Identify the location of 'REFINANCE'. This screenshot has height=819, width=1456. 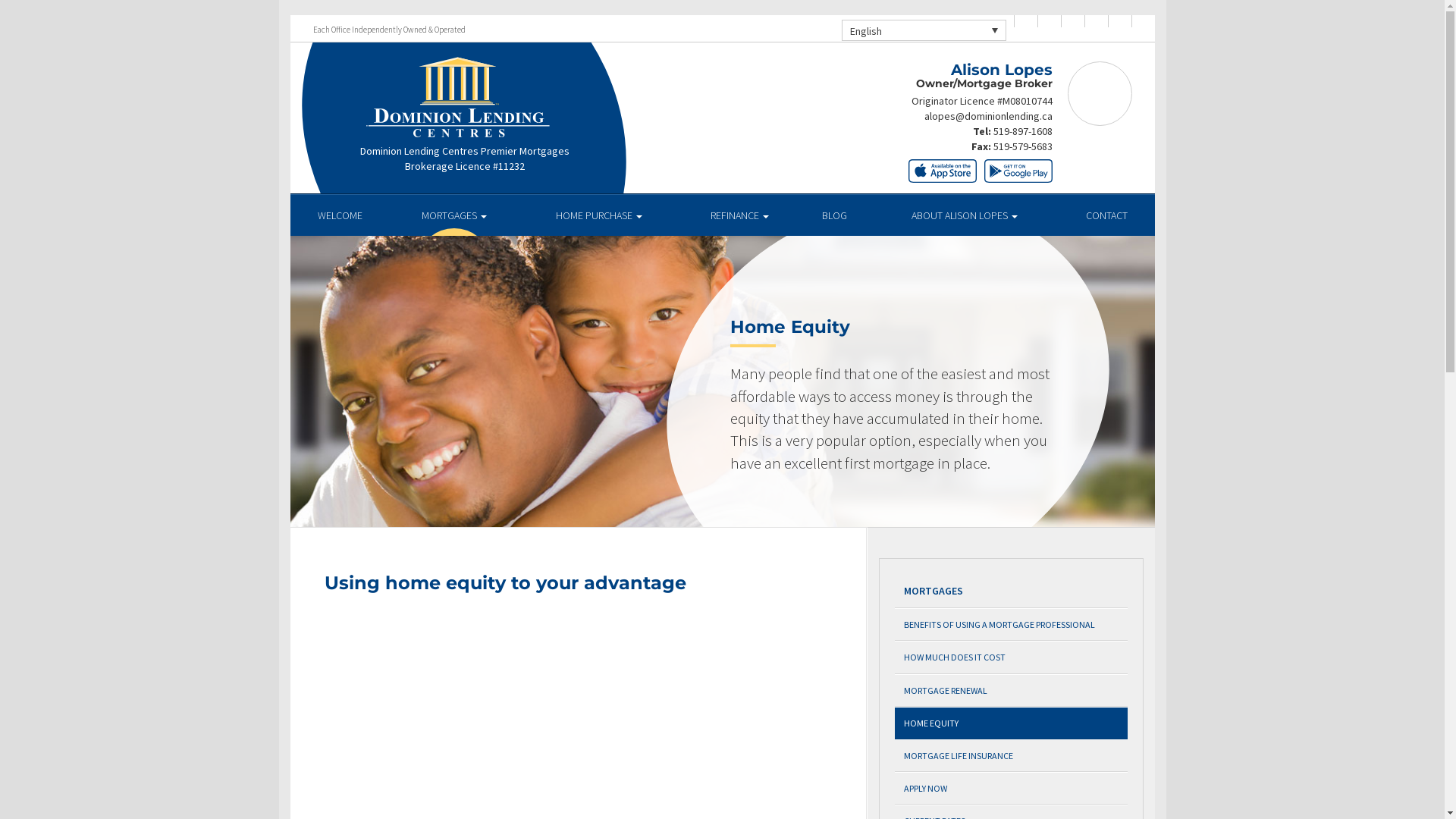
(739, 215).